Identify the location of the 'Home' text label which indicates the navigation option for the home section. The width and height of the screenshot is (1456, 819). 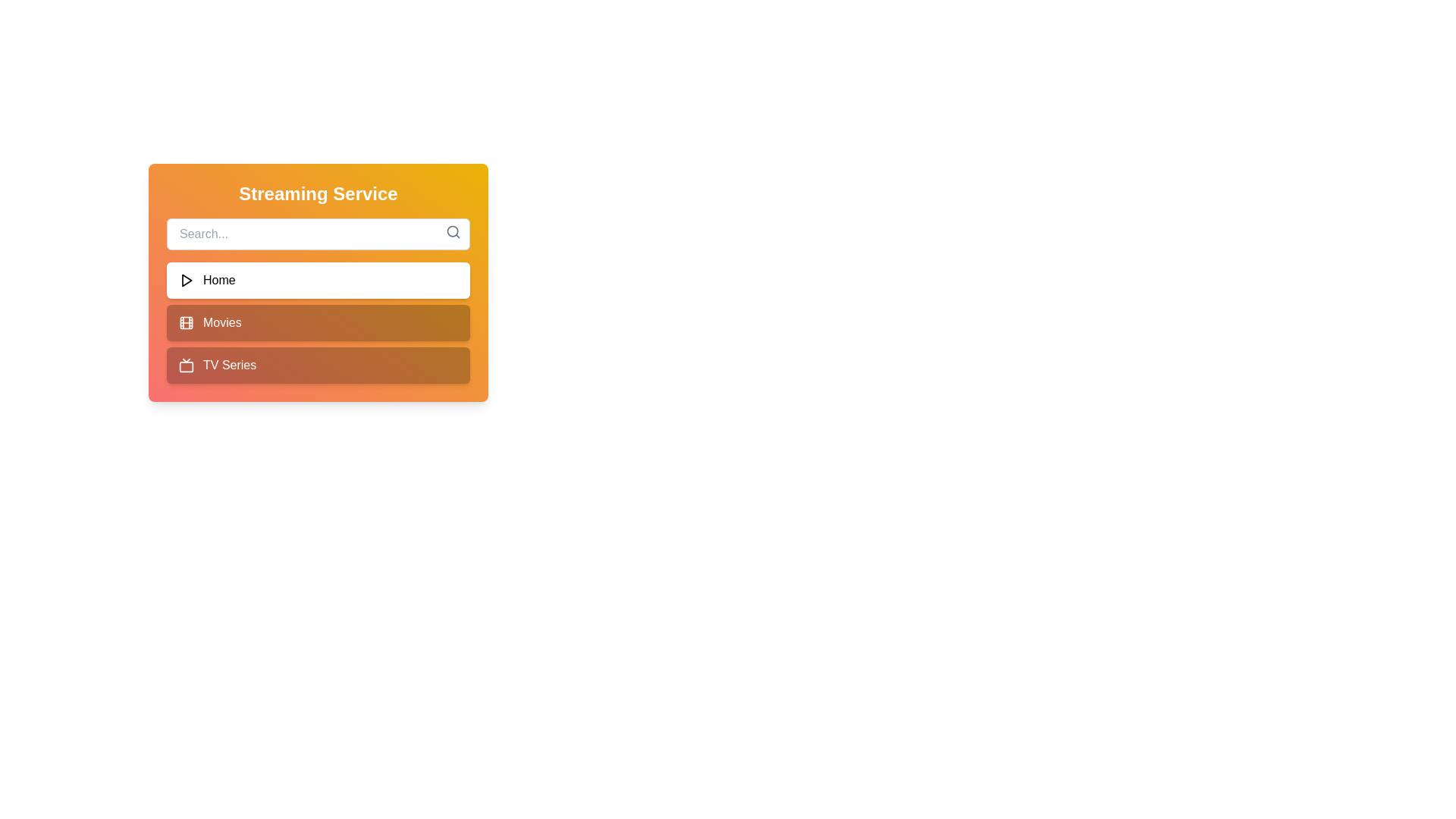
(218, 281).